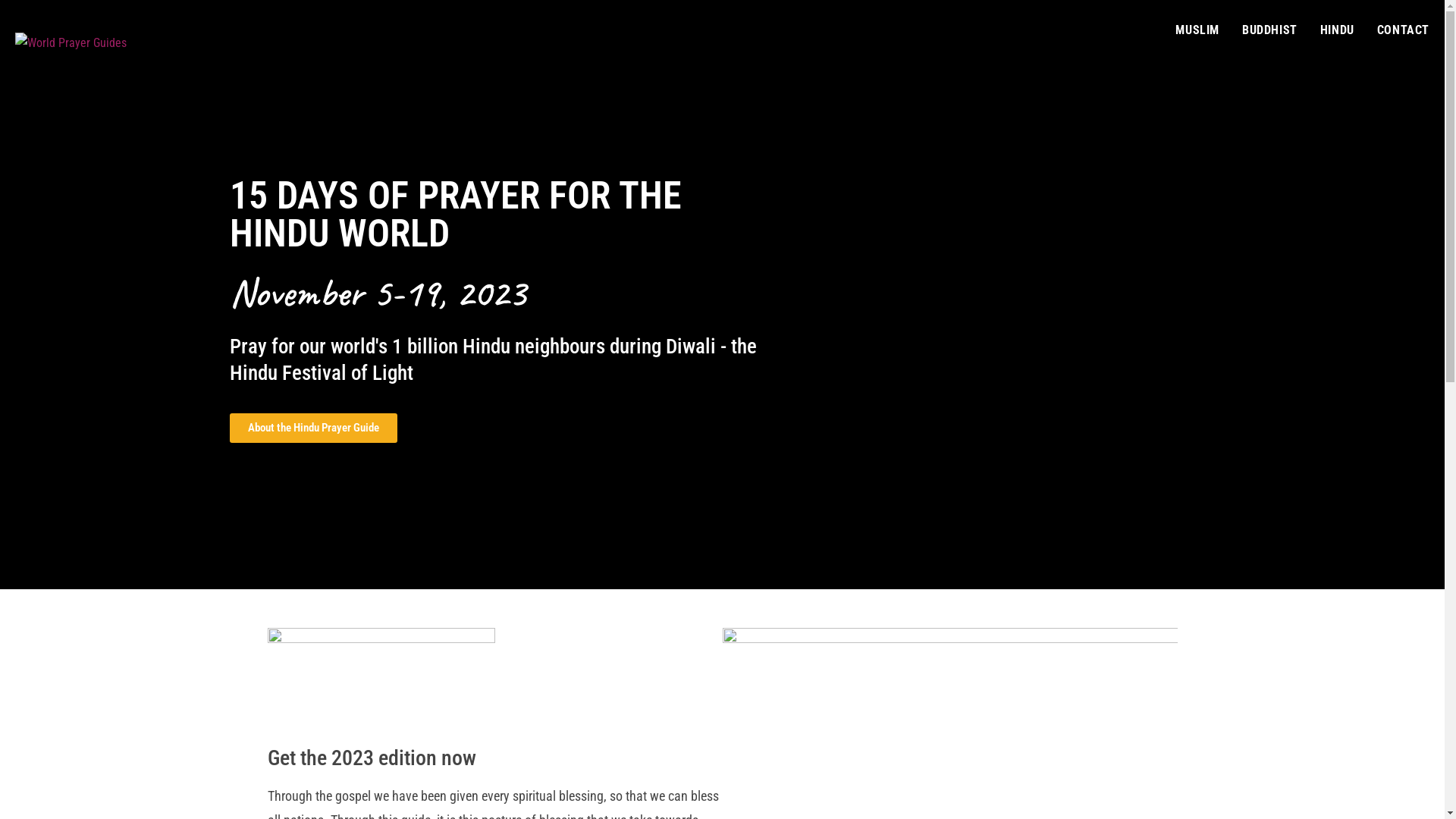 The width and height of the screenshot is (1456, 819). What do you see at coordinates (1337, 30) in the screenshot?
I see `'HINDU'` at bounding box center [1337, 30].